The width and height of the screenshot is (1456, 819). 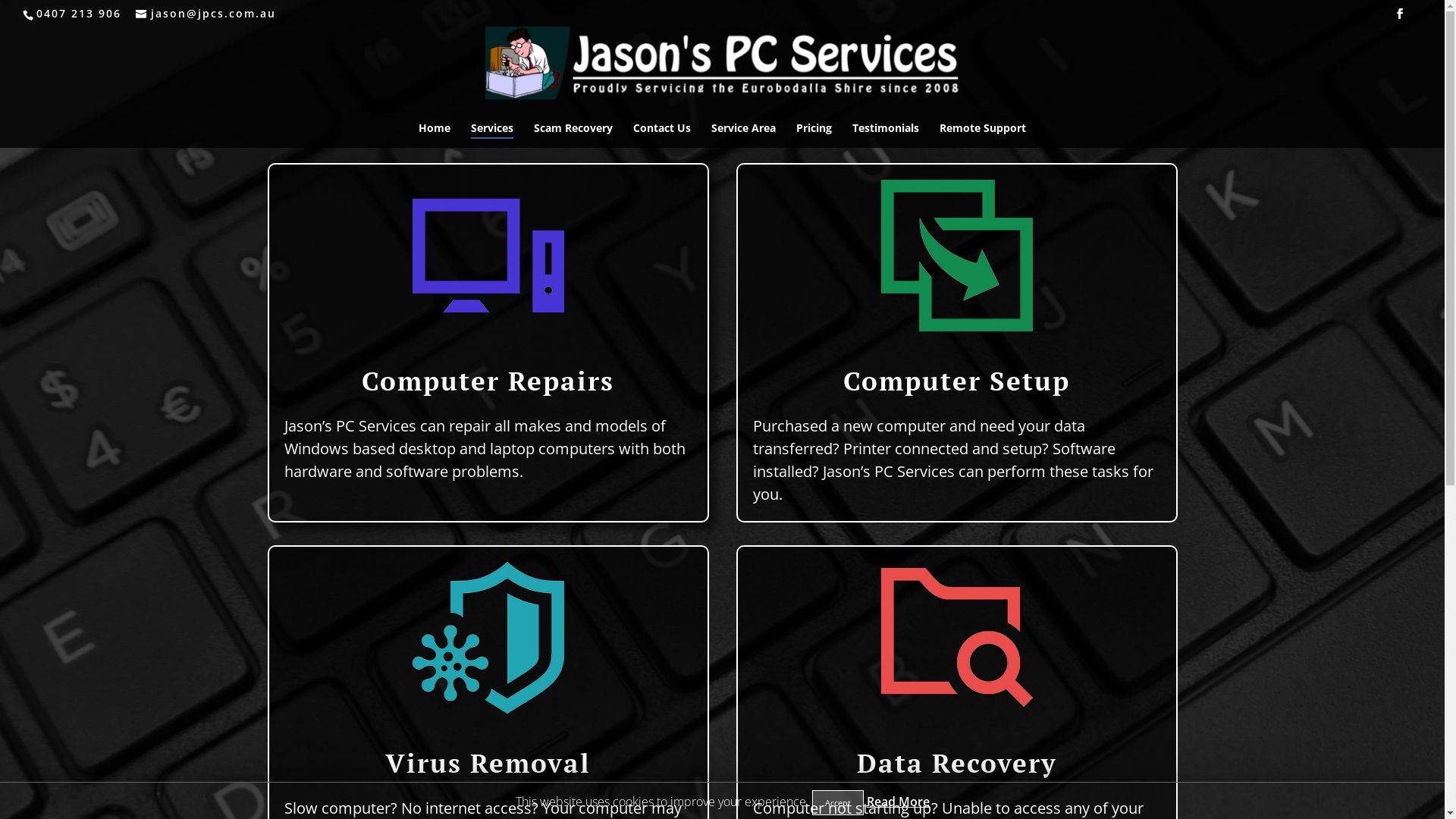 I want to click on 'Scam Recovery', so click(x=572, y=133).